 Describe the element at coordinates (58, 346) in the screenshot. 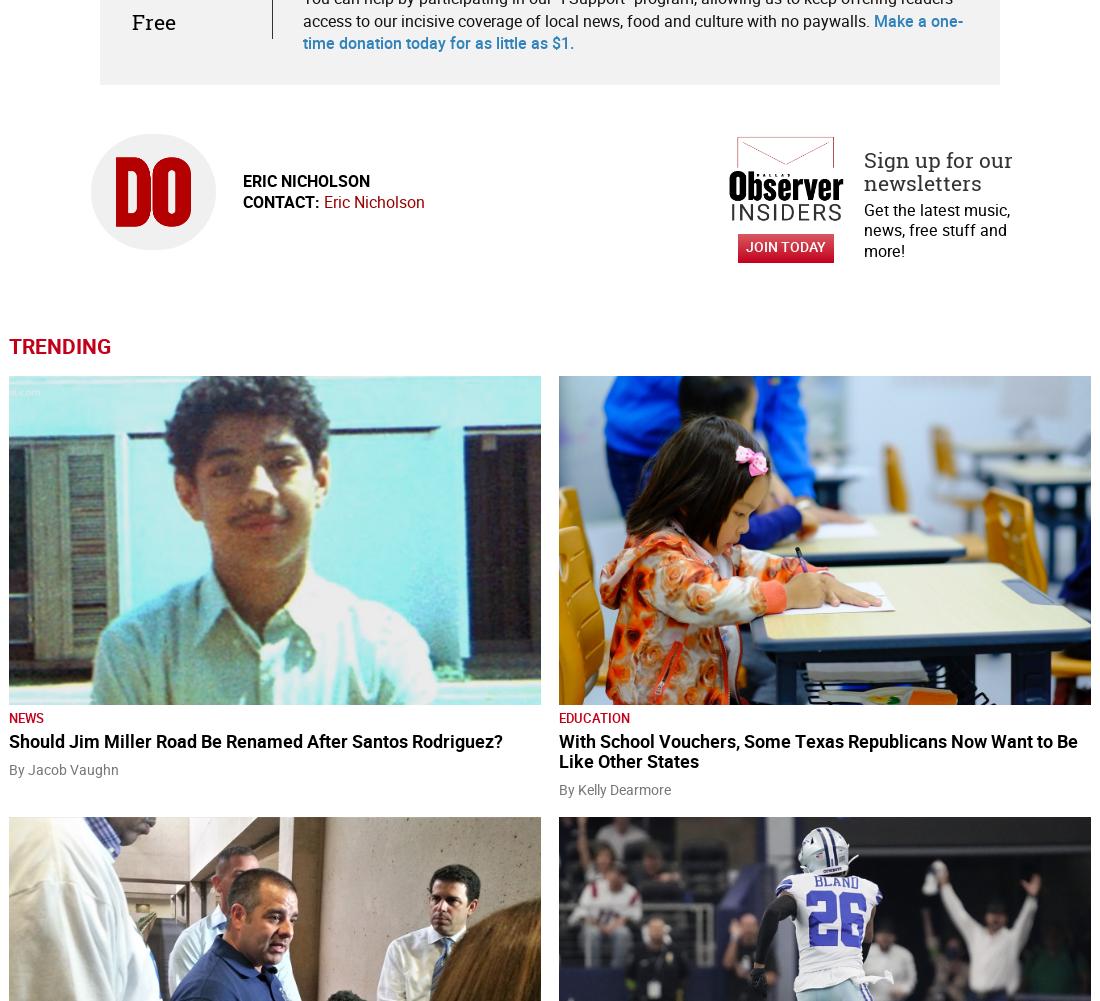

I see `'Trending'` at that location.